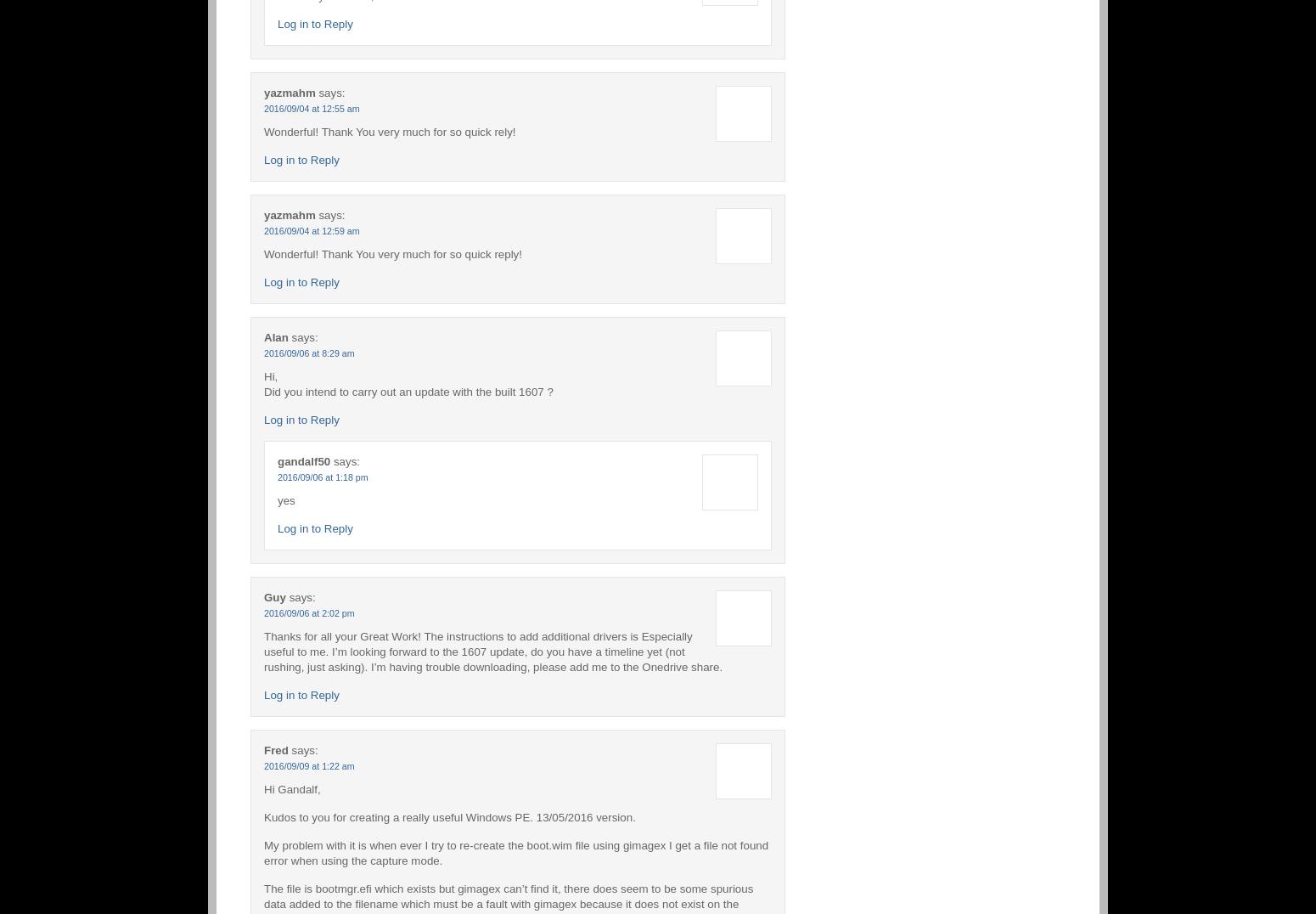 The width and height of the screenshot is (1316, 914). What do you see at coordinates (389, 131) in the screenshot?
I see `'Wonderful! Thank You very much for so quick rely!'` at bounding box center [389, 131].